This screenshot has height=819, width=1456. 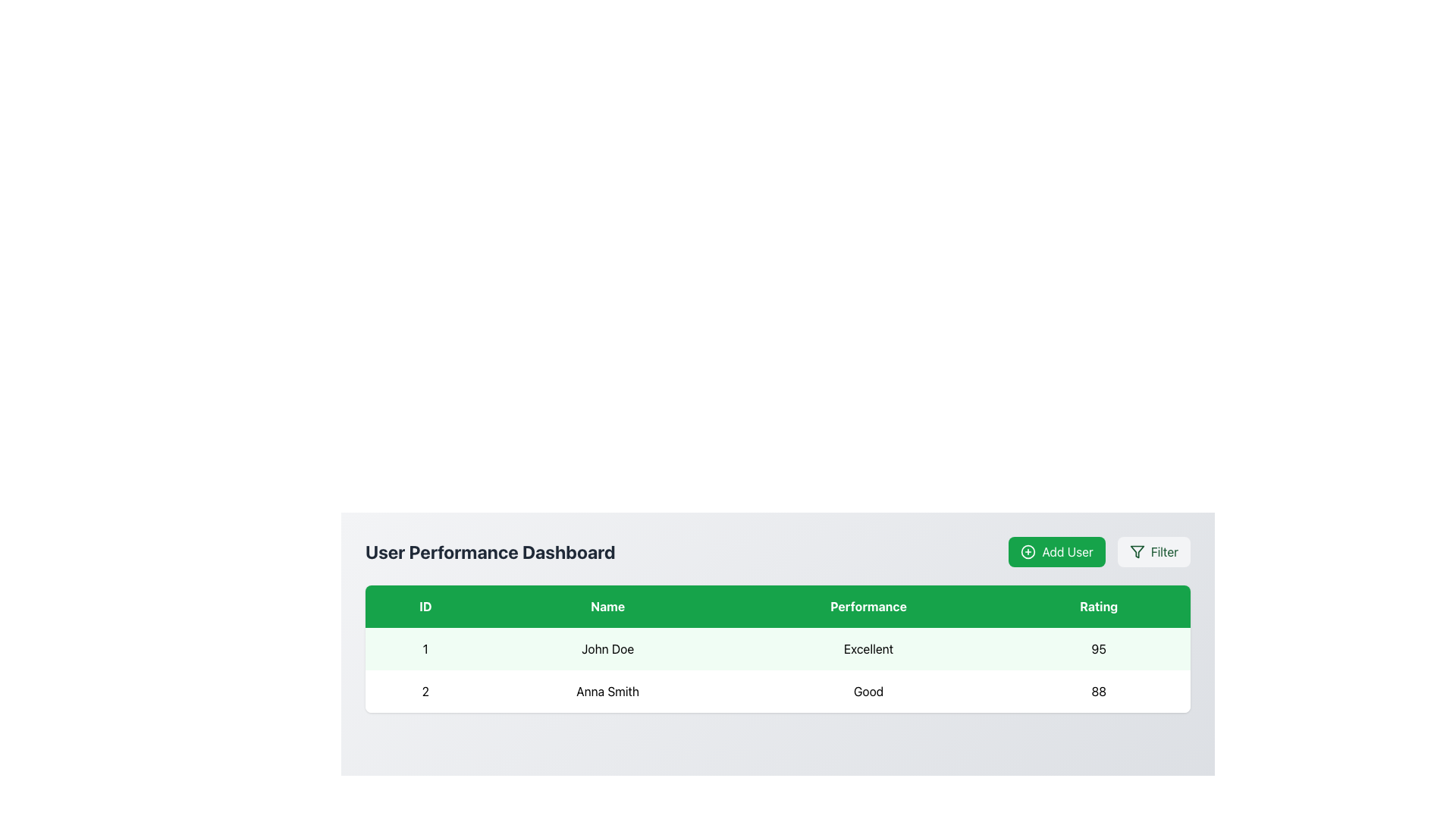 I want to click on the 'Add User' button located in the top-right corner of the 'User Performance Dashboard' section, which is immediately to the left of the gray 'Filter' button, so click(x=1100, y=552).